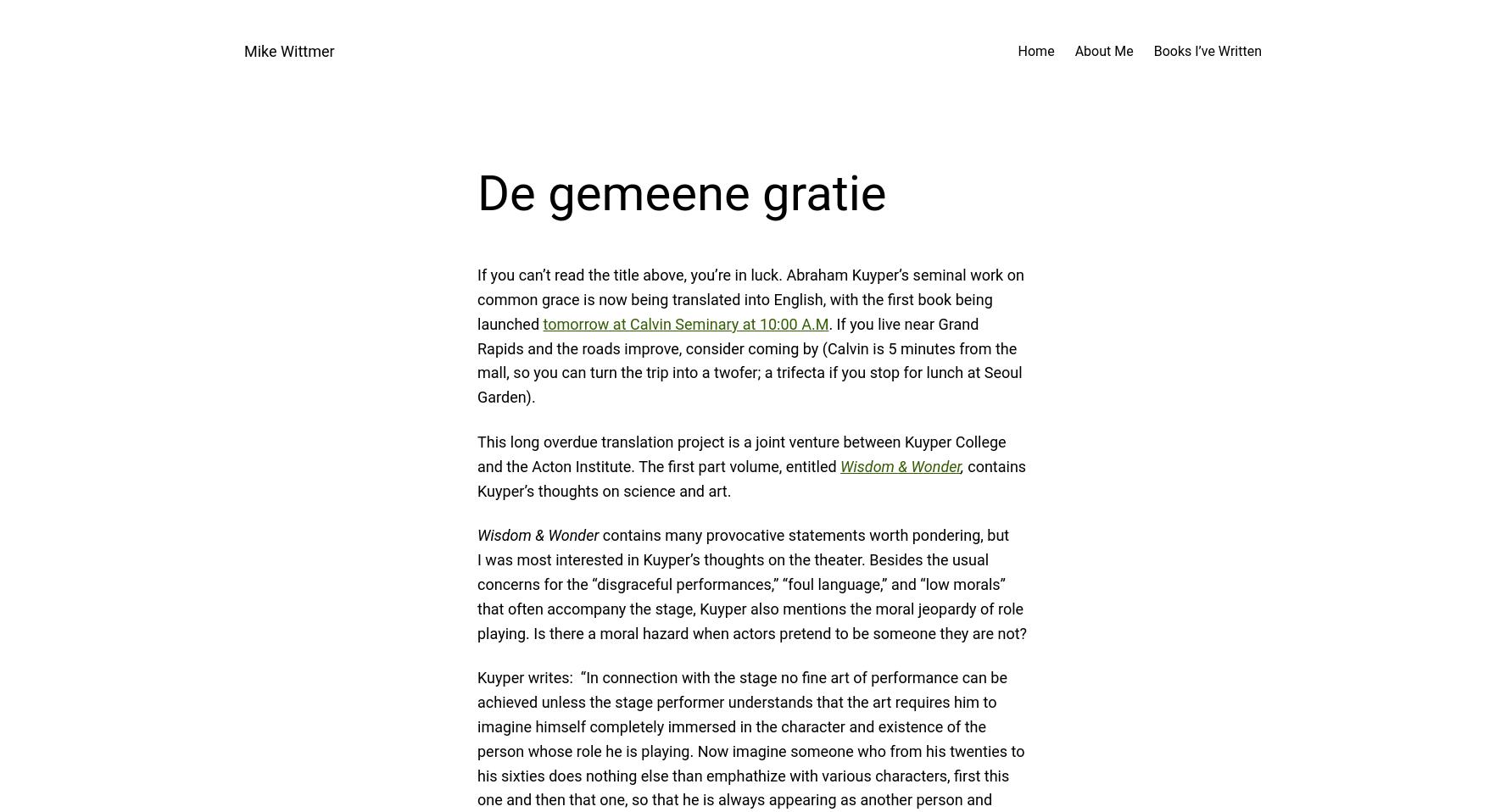 This screenshot has height=812, width=1506. What do you see at coordinates (750, 298) in the screenshot?
I see `'If you can’t read the title above, you’re in luck. Abraham Kuyper’s seminal work on common grace is now being translated into English, with the first book being launched'` at bounding box center [750, 298].